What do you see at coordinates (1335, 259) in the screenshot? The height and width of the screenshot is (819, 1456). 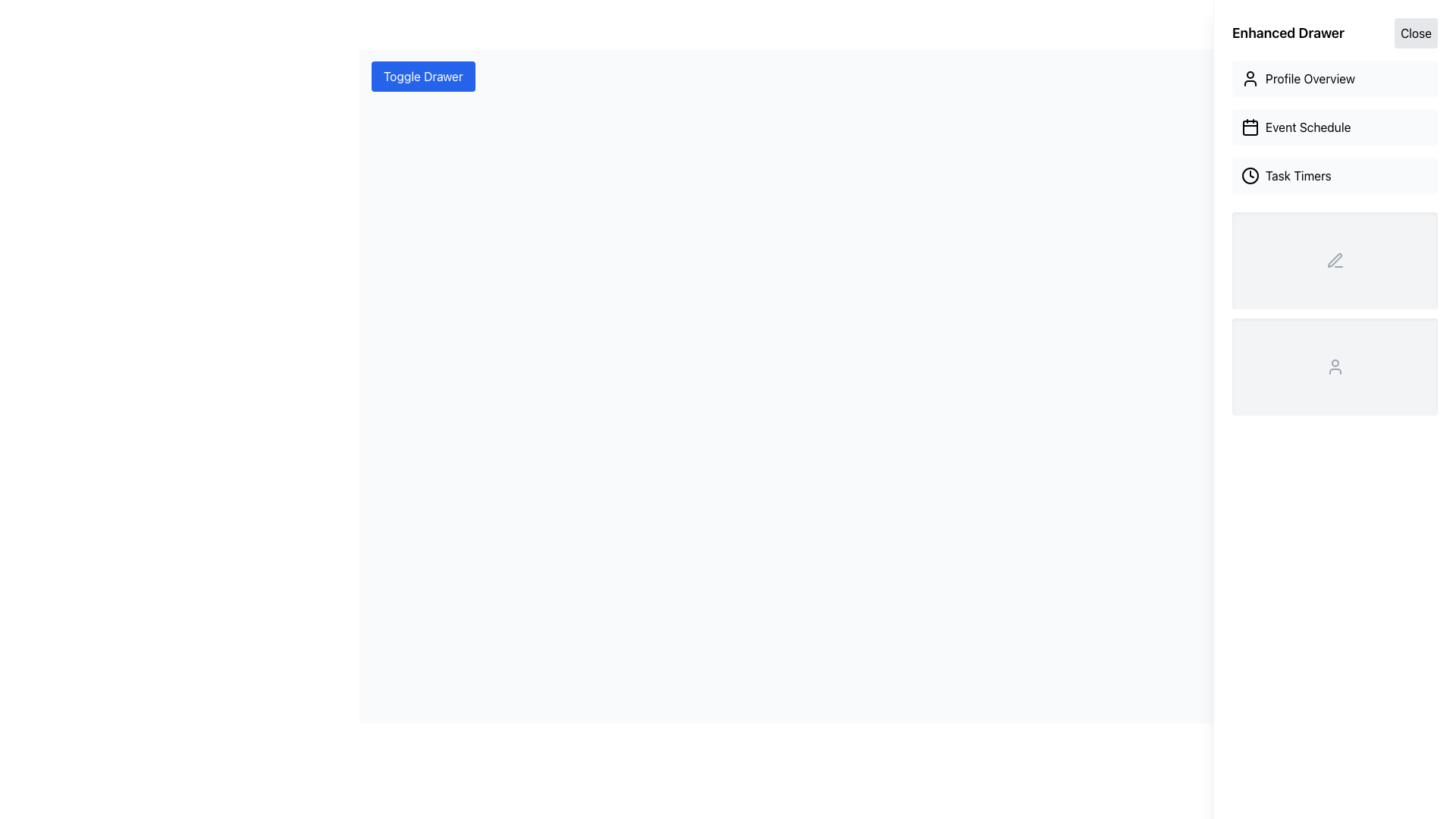 I see `the edit icon located in the enhanced drawer on the right side of the interface, specifically within the second card` at bounding box center [1335, 259].